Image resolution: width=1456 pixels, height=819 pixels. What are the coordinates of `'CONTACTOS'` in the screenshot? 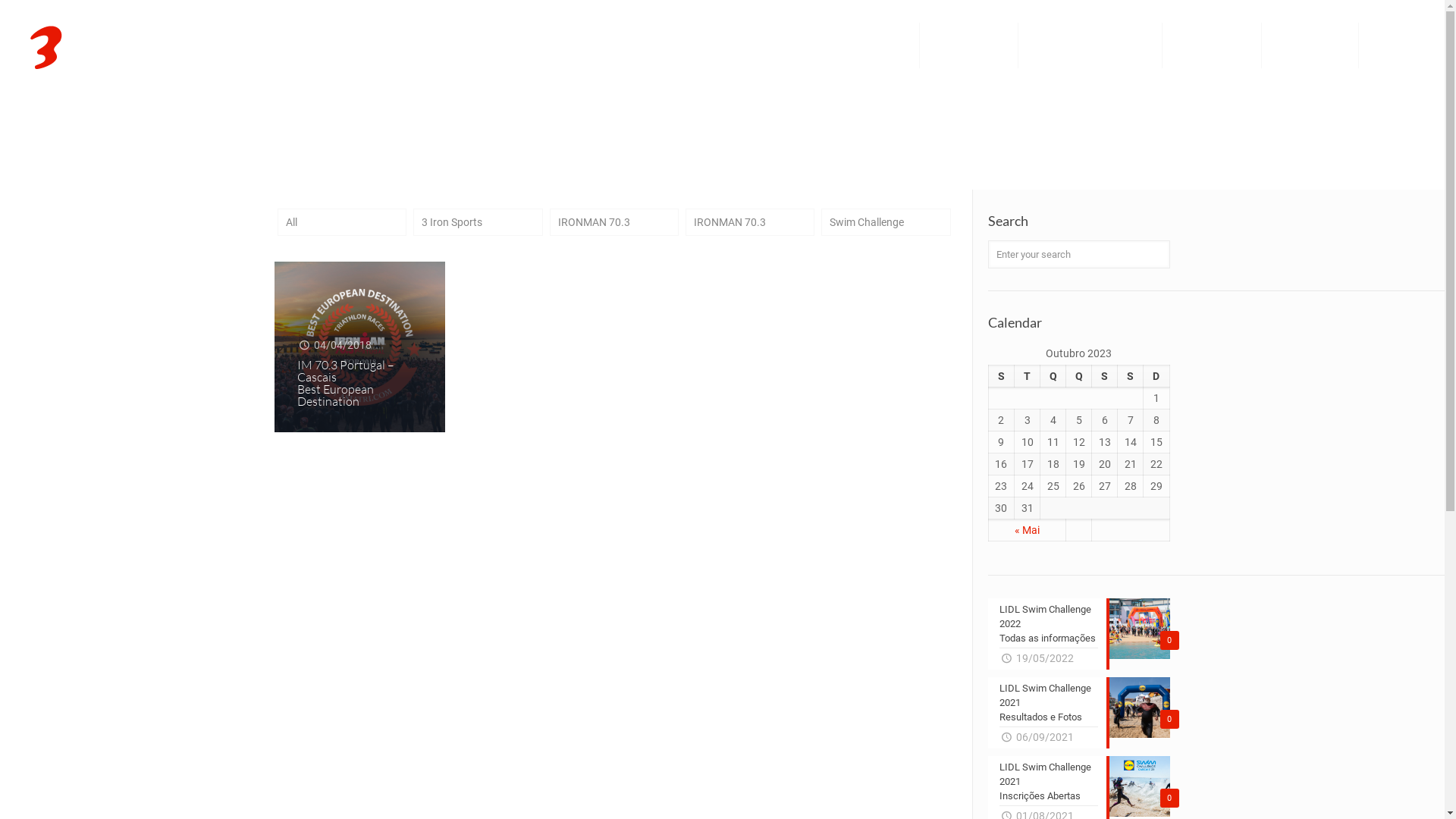 It's located at (1358, 45).